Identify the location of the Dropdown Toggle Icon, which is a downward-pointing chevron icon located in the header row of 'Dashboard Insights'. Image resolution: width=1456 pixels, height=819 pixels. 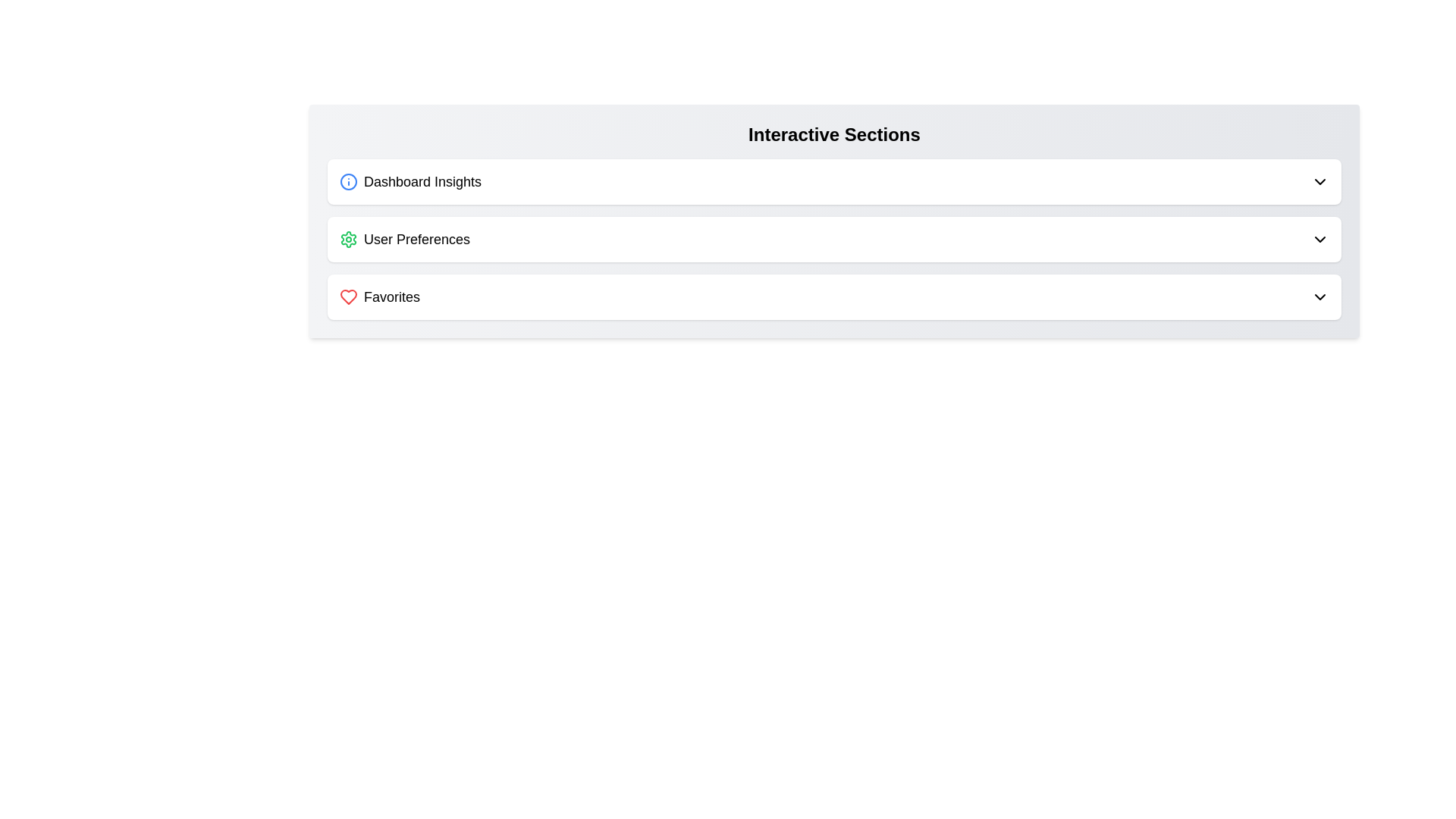
(1319, 180).